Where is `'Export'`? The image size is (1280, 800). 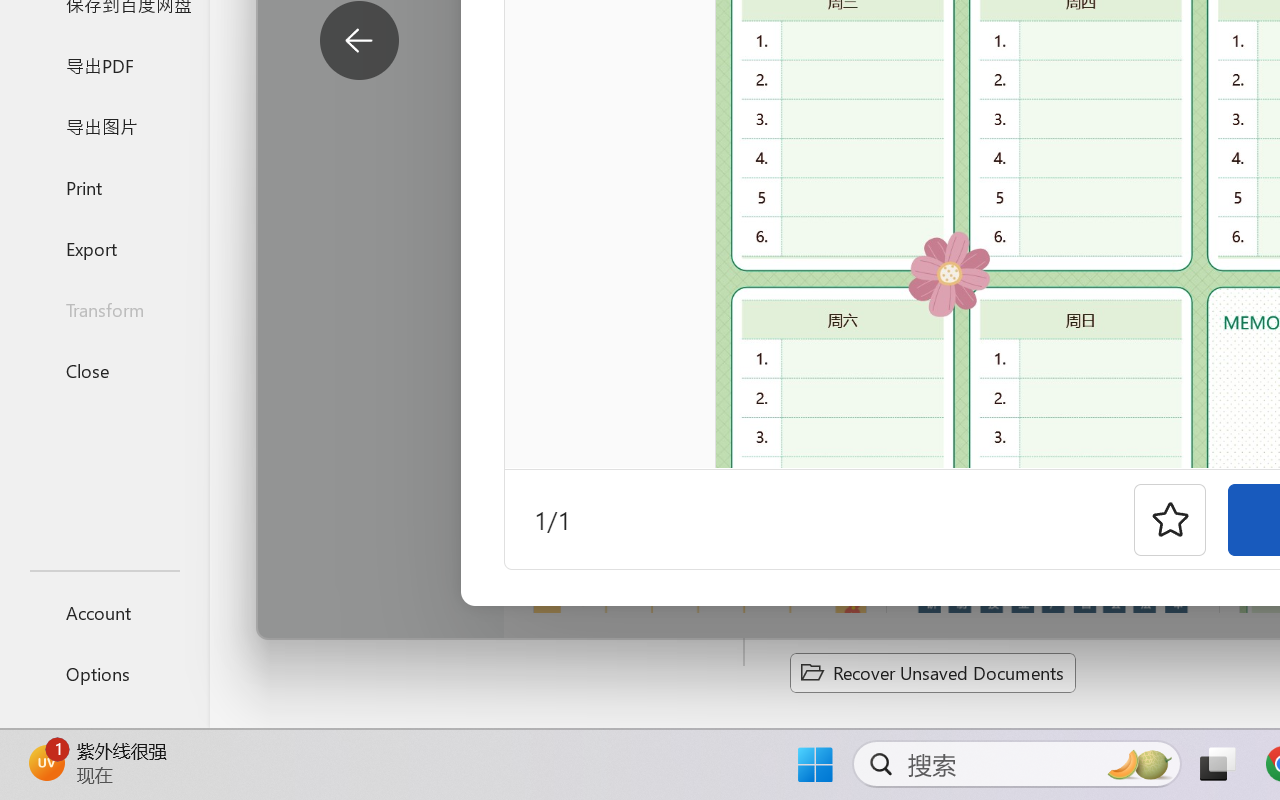 'Export' is located at coordinates (103, 247).